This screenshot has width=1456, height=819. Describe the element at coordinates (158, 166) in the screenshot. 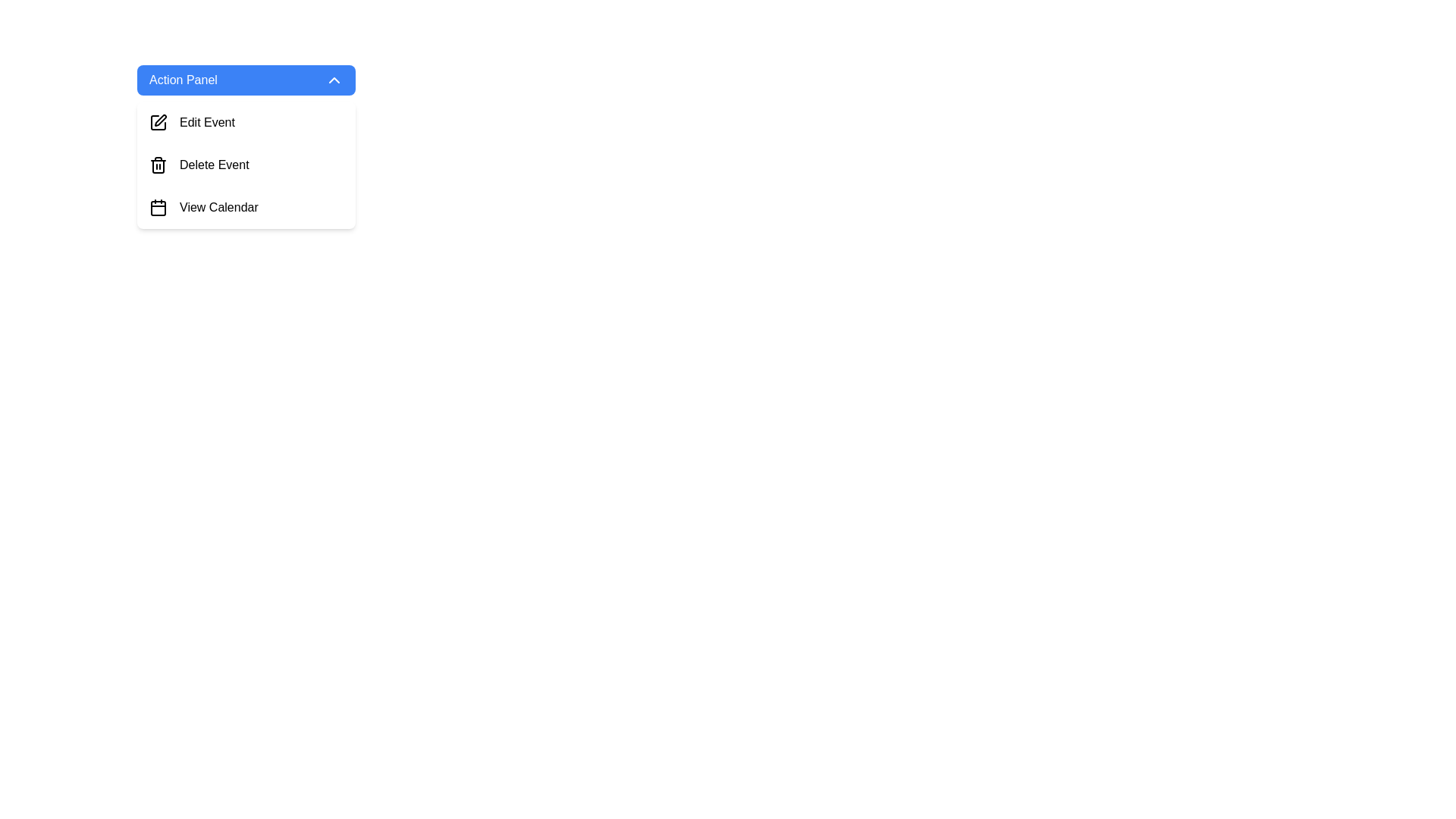

I see `the rectangular graphical icon representing the trash bin` at that location.